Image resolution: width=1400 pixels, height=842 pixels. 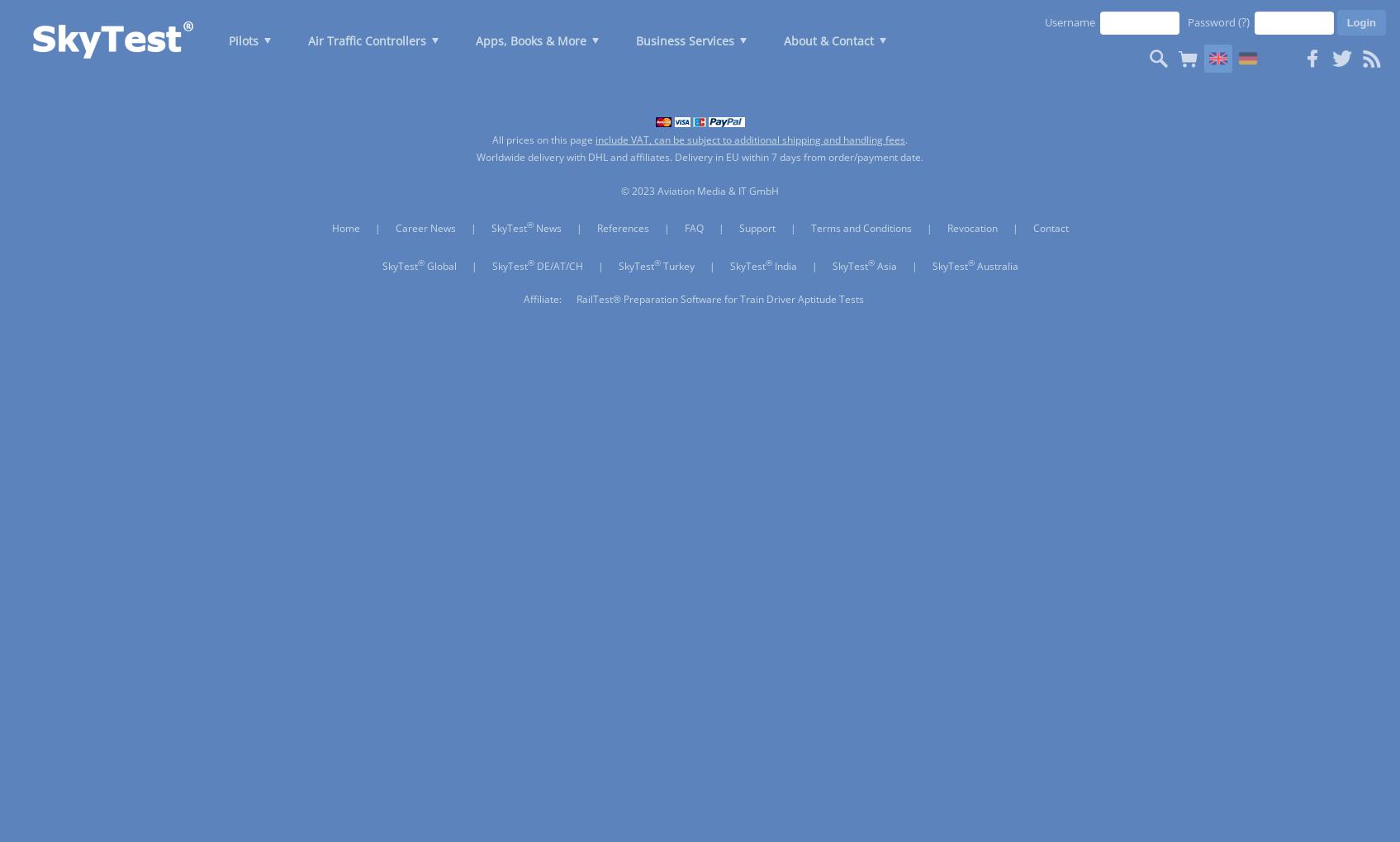 I want to click on 'News', so click(x=547, y=227).